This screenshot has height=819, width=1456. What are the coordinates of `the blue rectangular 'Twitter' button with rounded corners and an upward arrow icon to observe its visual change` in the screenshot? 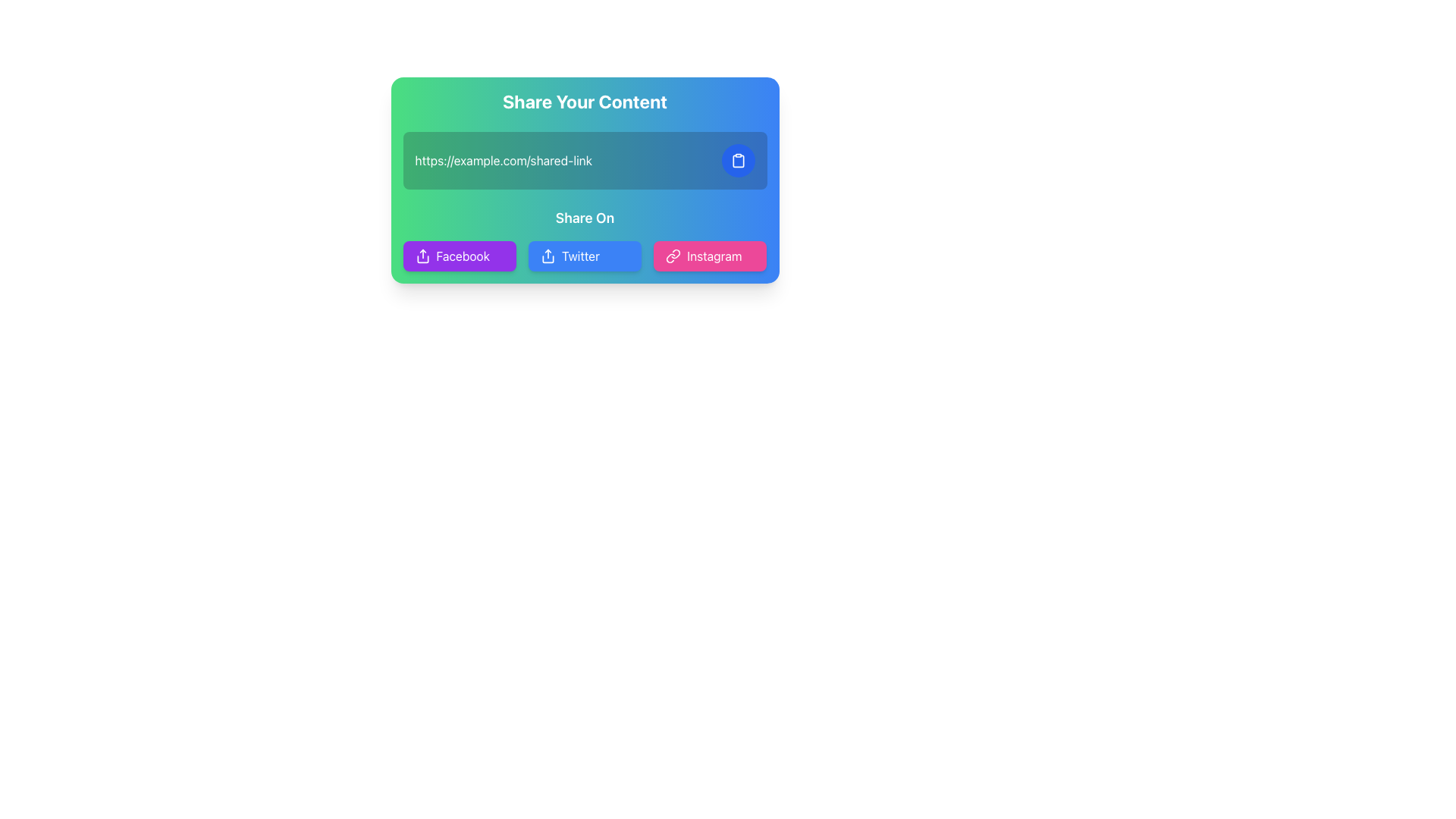 It's located at (584, 256).